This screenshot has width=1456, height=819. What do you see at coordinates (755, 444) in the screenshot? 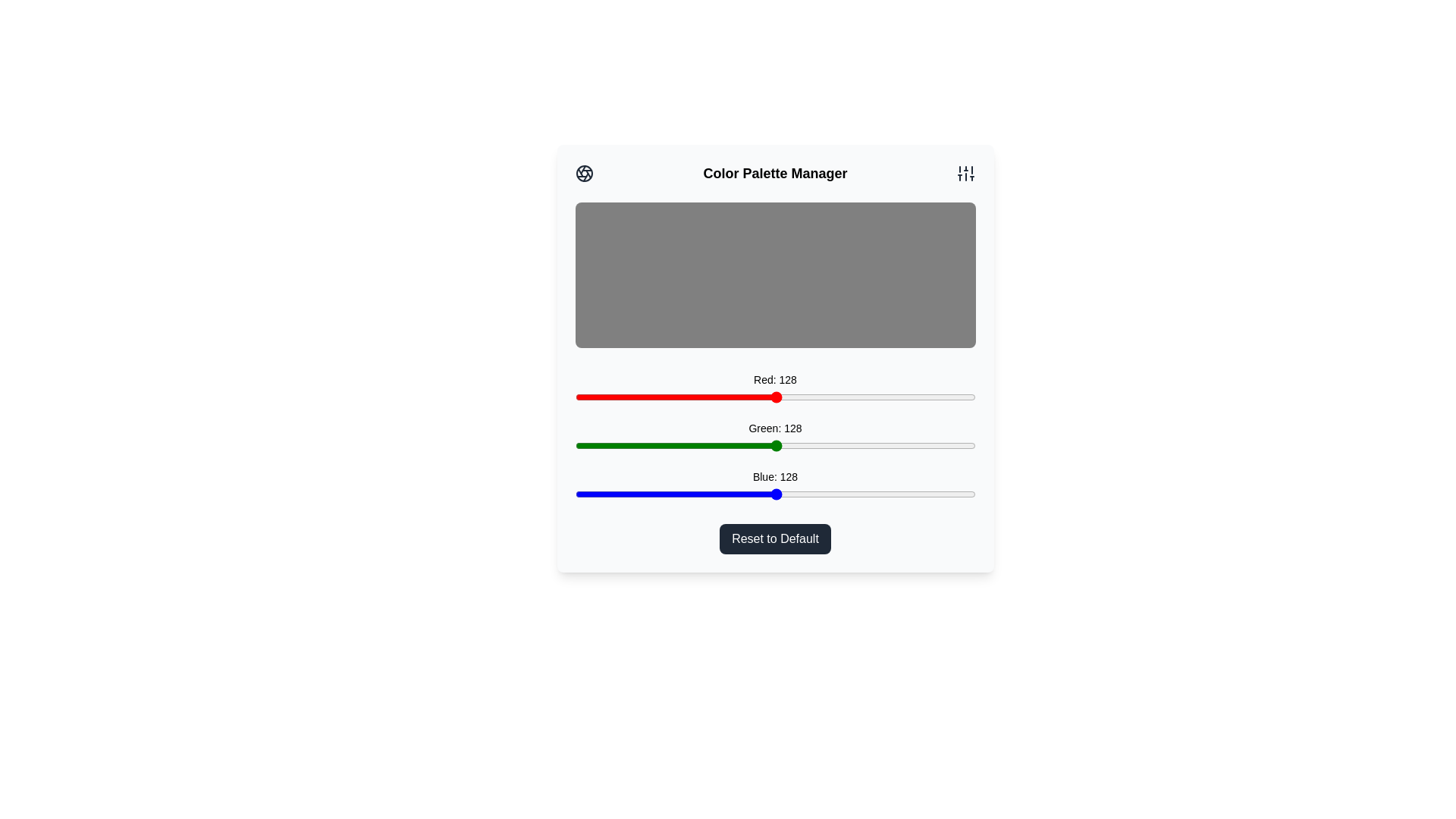
I see `the green slider to set the green intensity to 115` at bounding box center [755, 444].